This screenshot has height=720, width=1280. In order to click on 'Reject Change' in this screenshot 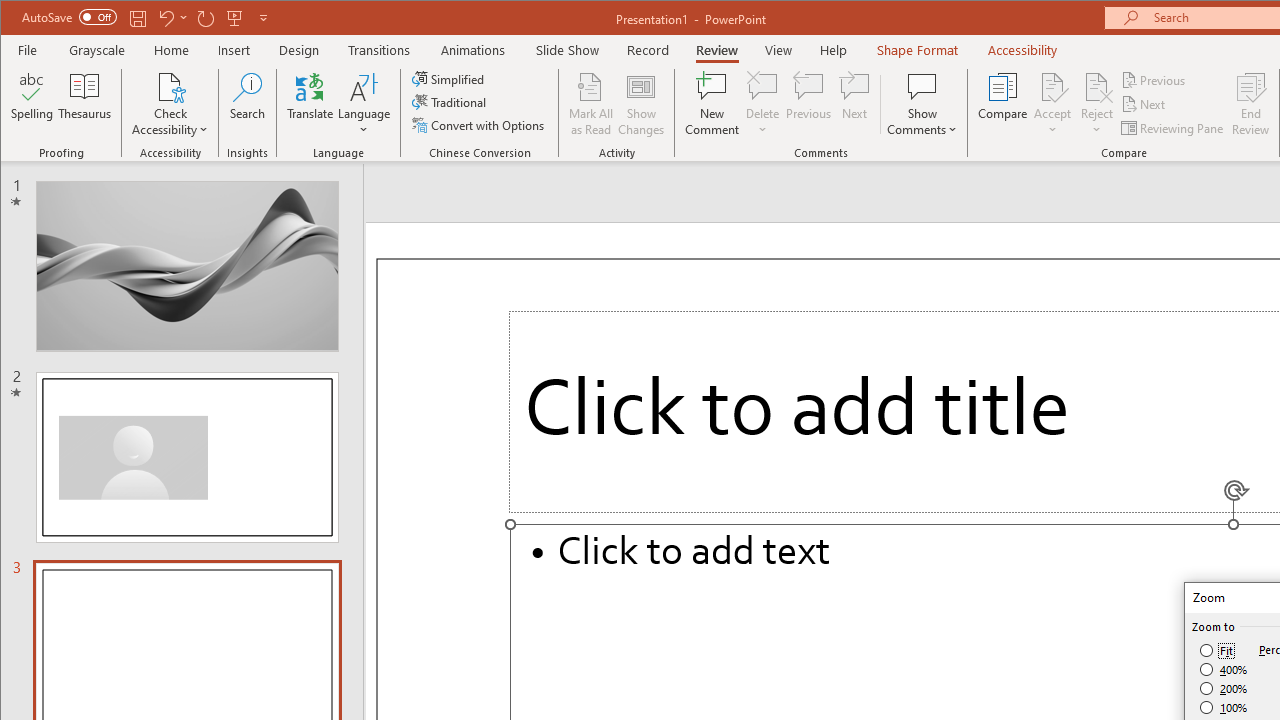, I will do `click(1095, 85)`.